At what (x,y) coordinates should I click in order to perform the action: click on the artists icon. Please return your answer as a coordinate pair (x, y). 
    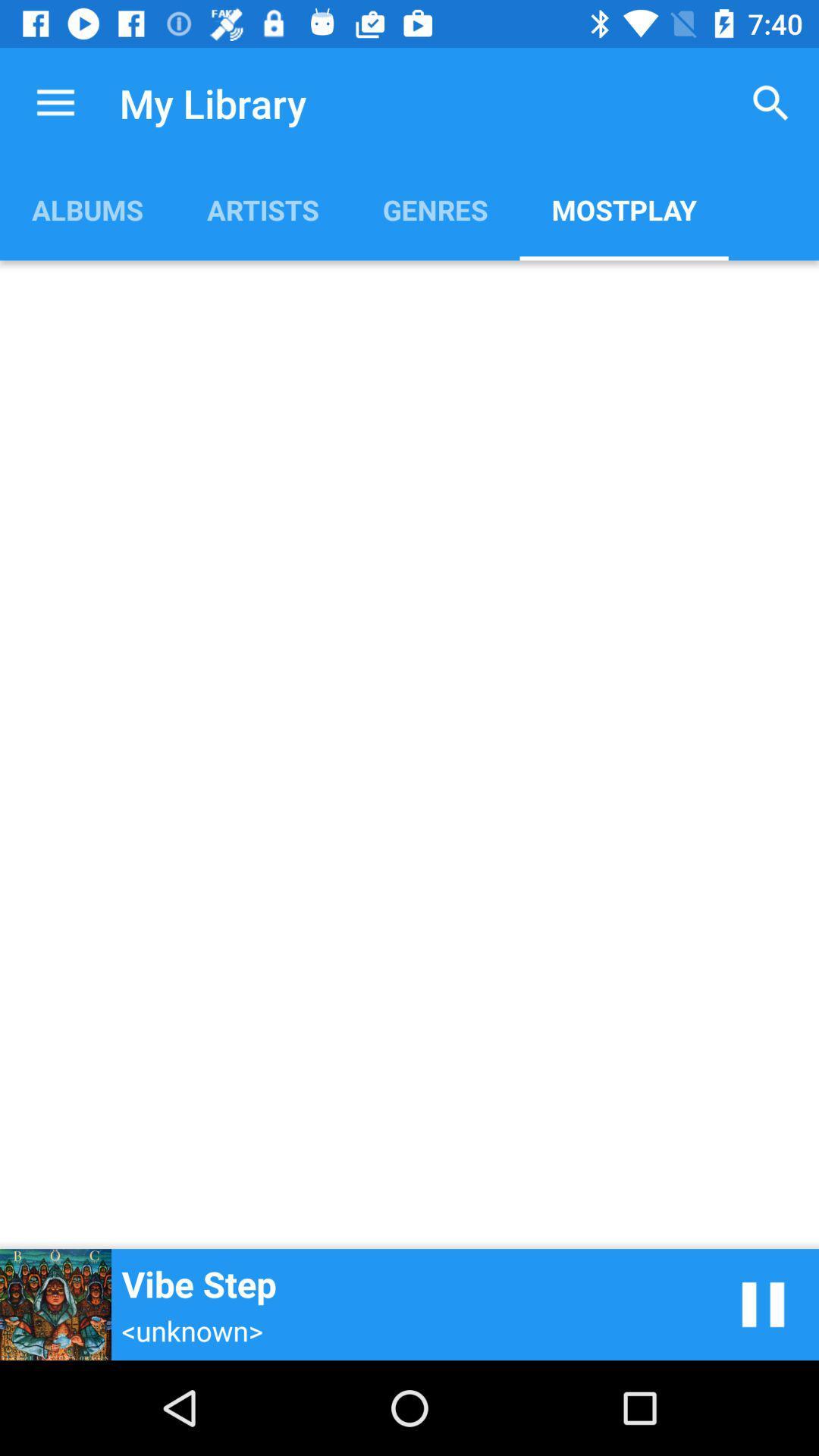
    Looking at the image, I should click on (262, 209).